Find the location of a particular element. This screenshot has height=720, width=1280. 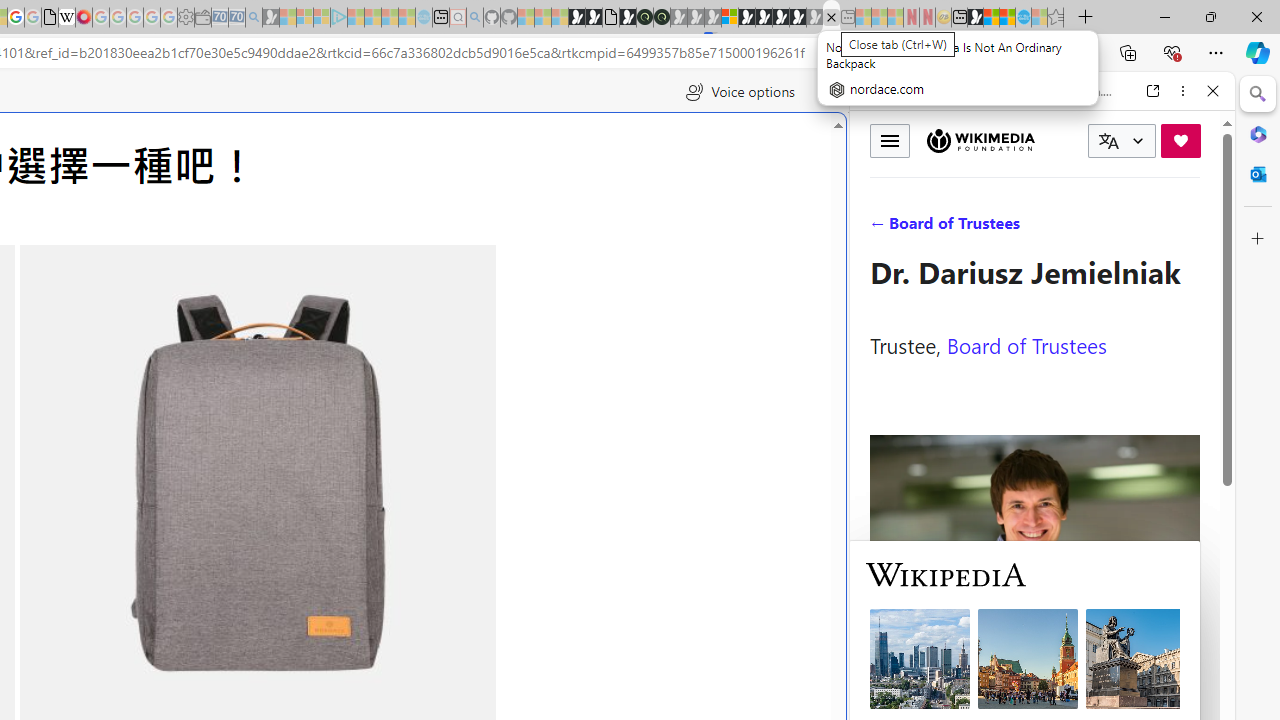

'Wiktionary' is located at coordinates (1034, 669).